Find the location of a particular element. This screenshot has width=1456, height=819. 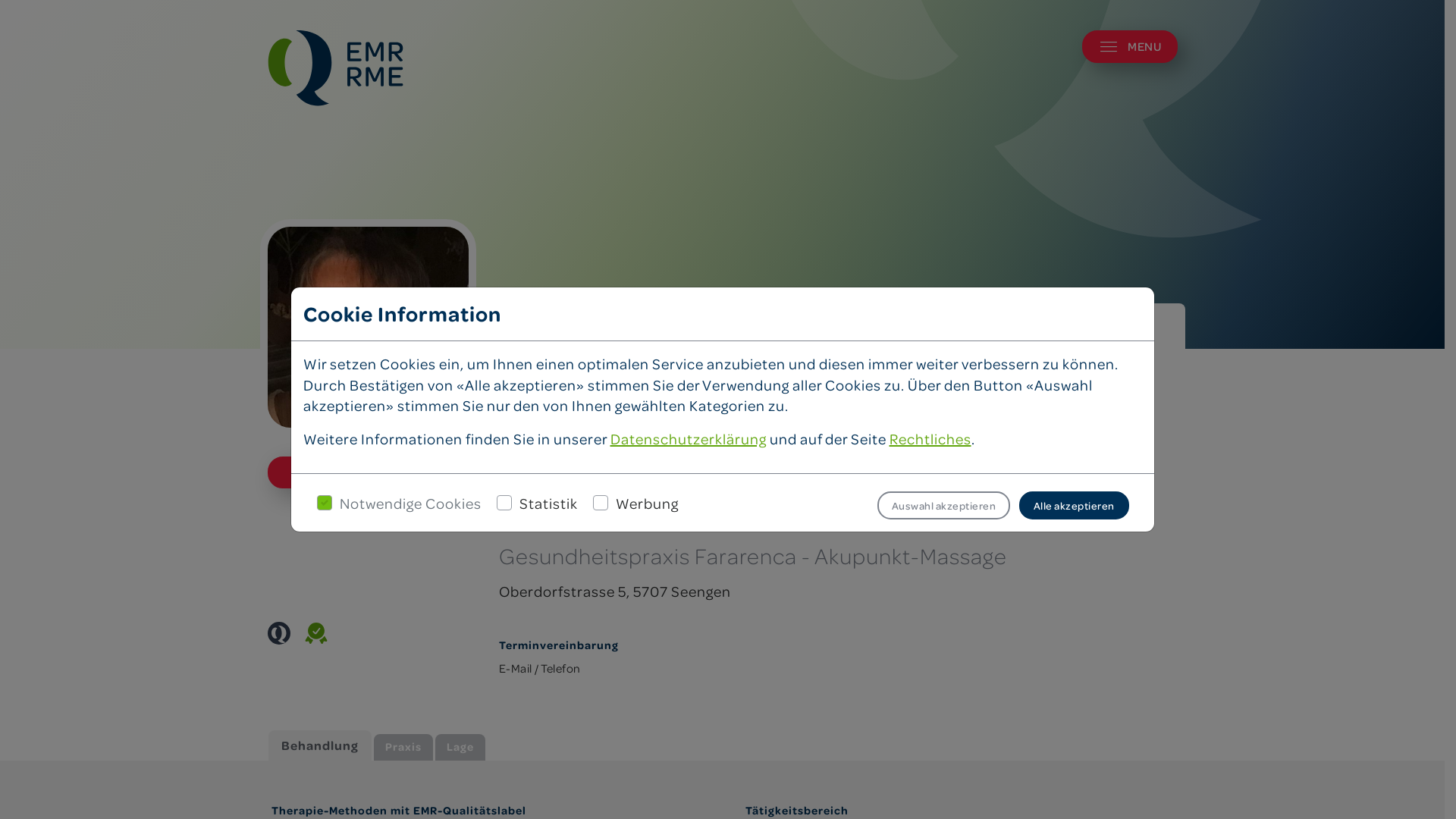

'Alle akzeptieren' is located at coordinates (1073, 505).